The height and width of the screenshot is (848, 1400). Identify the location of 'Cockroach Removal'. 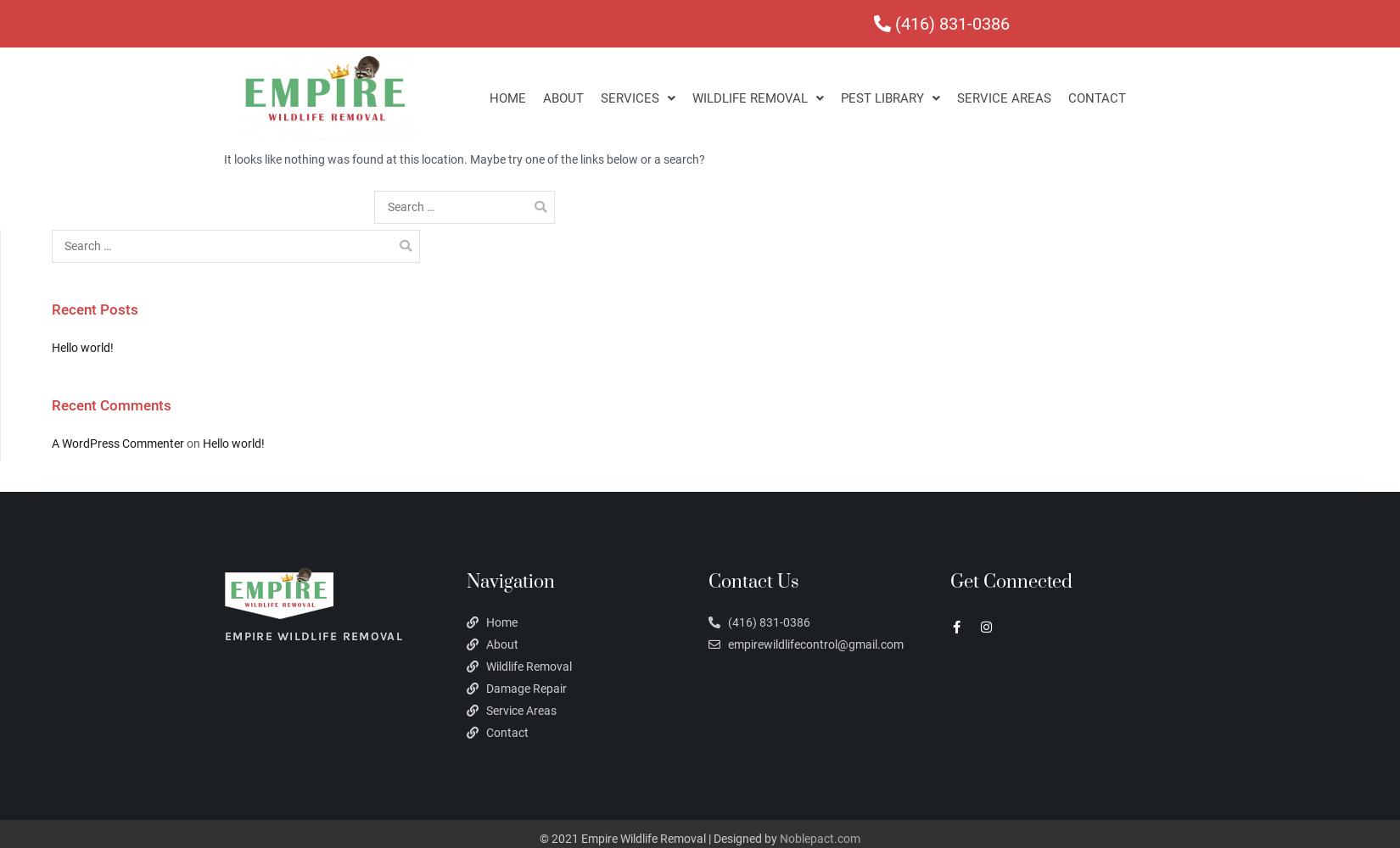
(925, 214).